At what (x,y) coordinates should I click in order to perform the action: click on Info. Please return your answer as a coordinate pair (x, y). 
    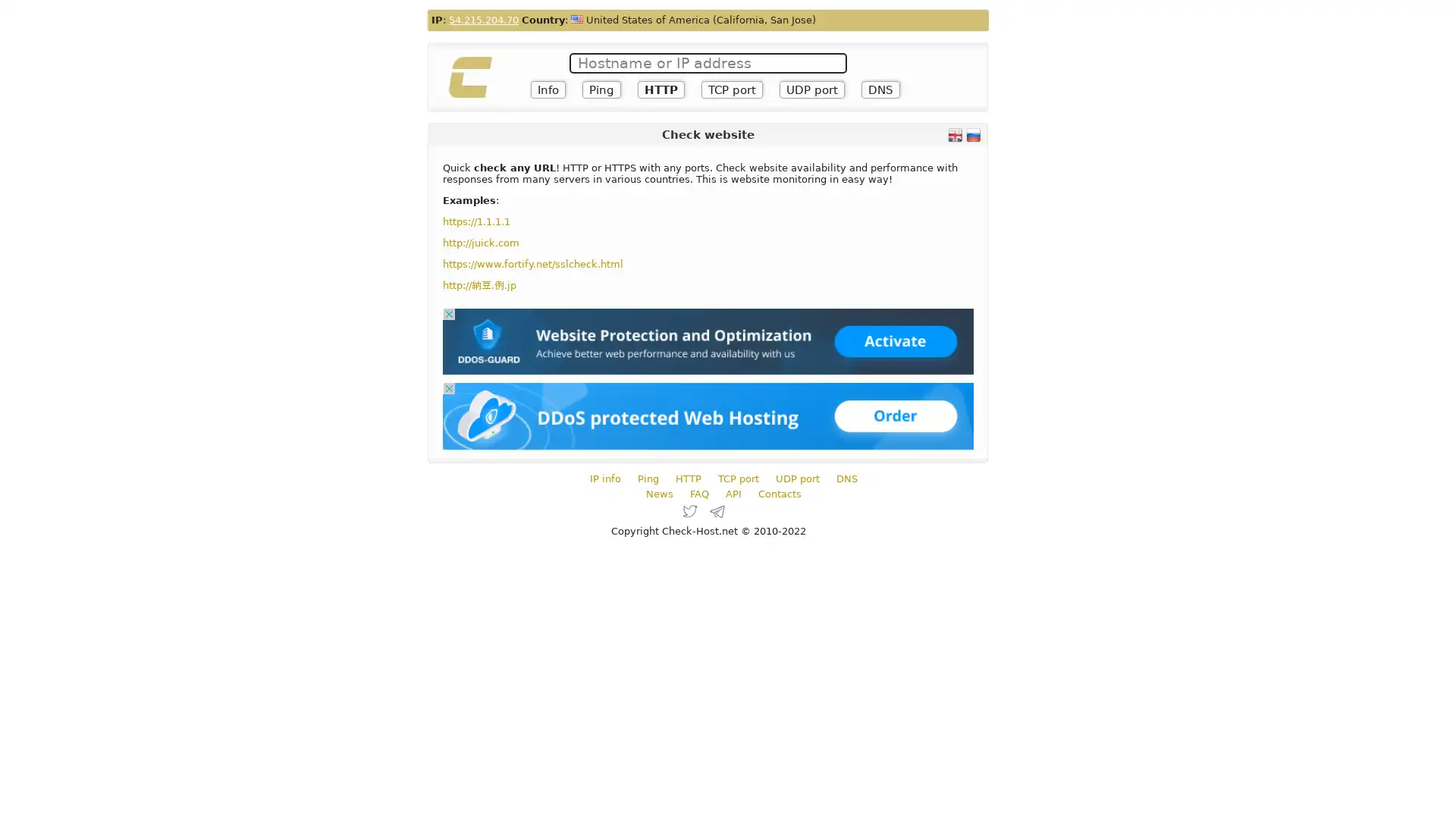
    Looking at the image, I should click on (546, 89).